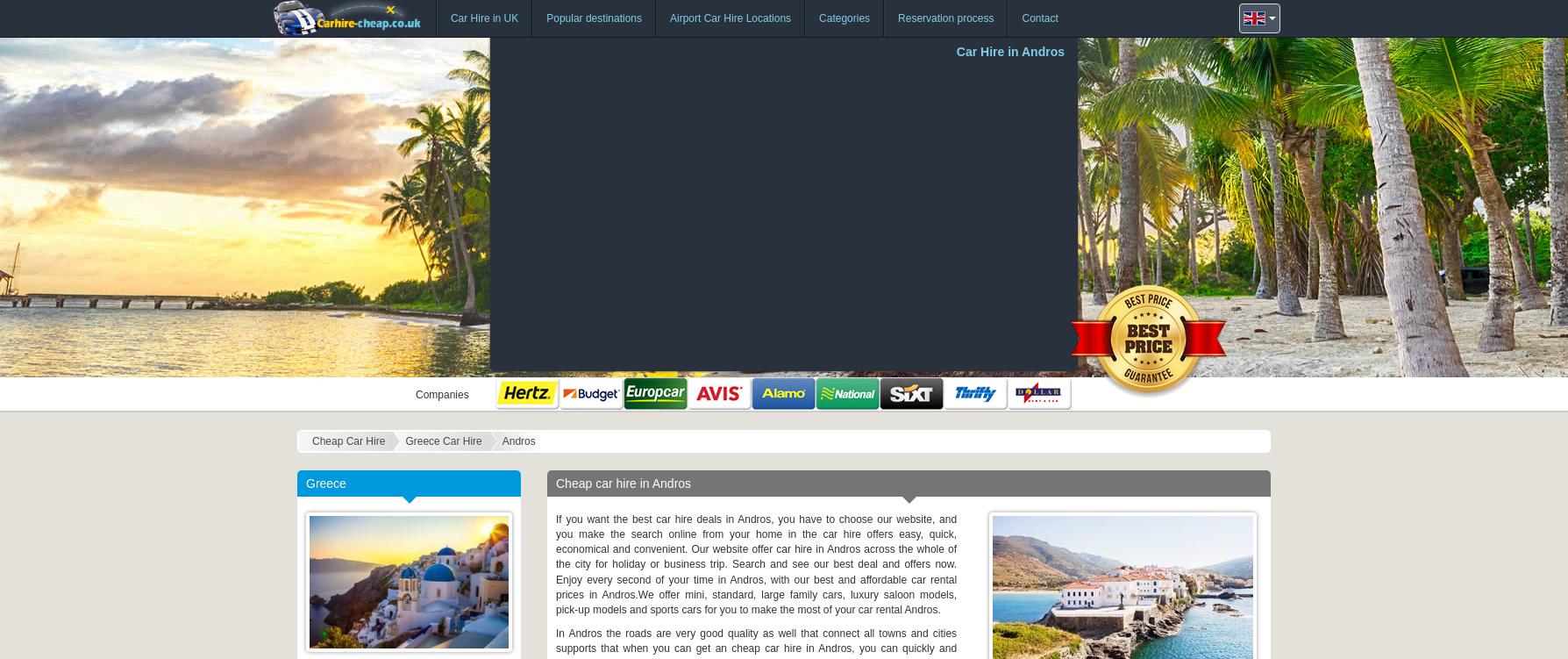 This screenshot has width=1568, height=659. I want to click on 'Greece', so click(324, 483).